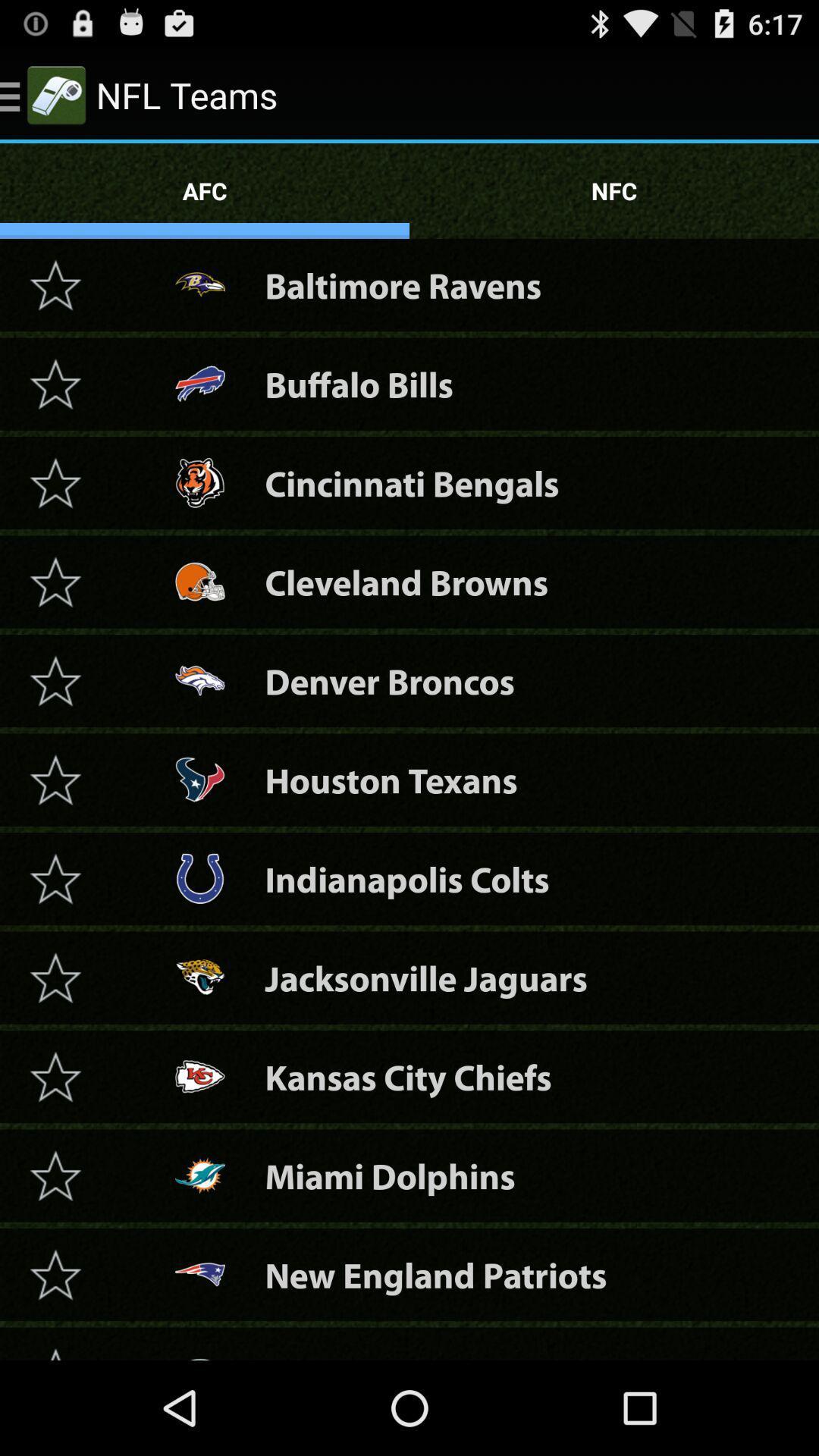 This screenshot has height=1456, width=819. I want to click on item below jacksonville jaguars, so click(407, 1076).